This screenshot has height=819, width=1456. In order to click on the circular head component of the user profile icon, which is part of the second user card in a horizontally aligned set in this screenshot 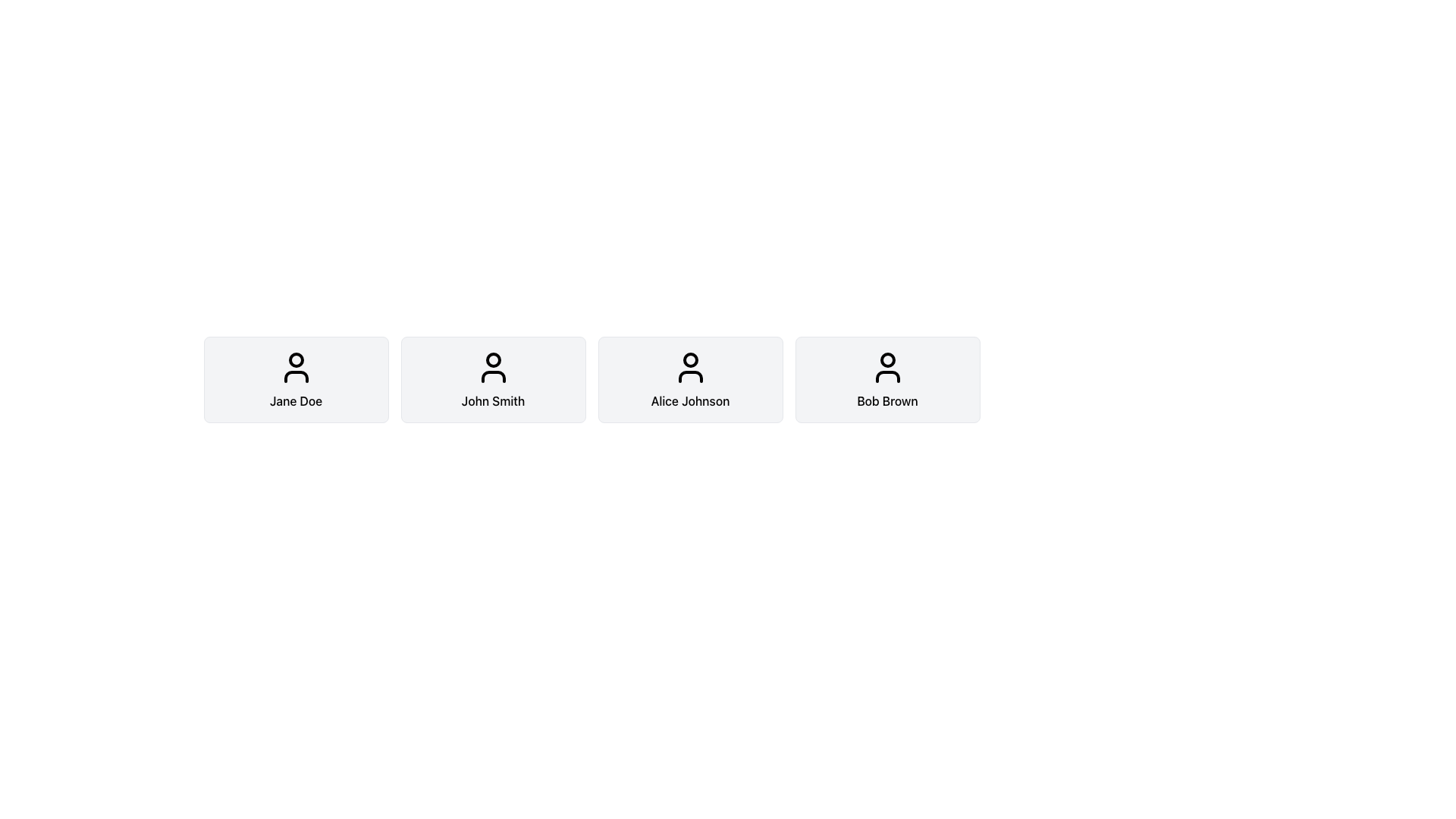, I will do `click(493, 359)`.